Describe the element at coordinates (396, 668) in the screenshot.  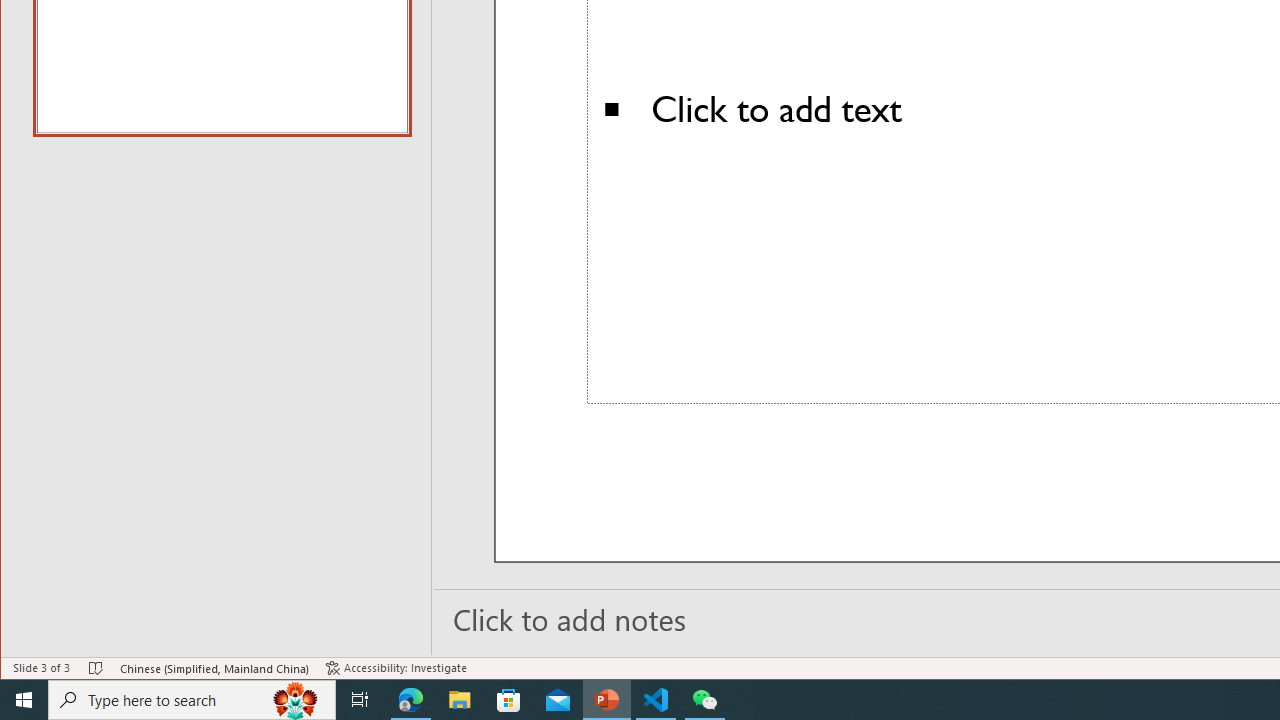
I see `'Accessibility Checker Accessibility: Investigate'` at that location.